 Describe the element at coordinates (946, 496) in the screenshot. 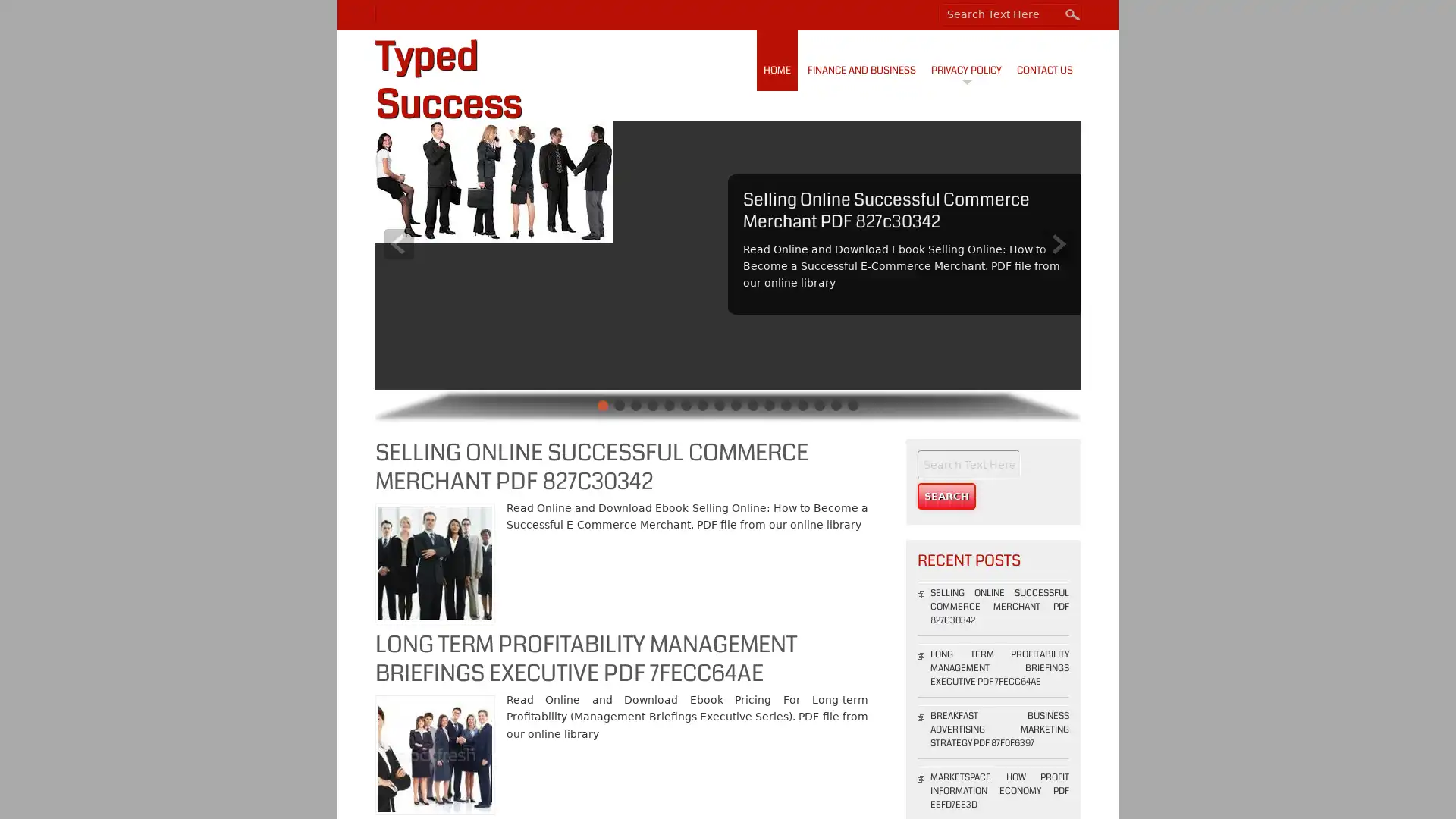

I see `Search` at that location.